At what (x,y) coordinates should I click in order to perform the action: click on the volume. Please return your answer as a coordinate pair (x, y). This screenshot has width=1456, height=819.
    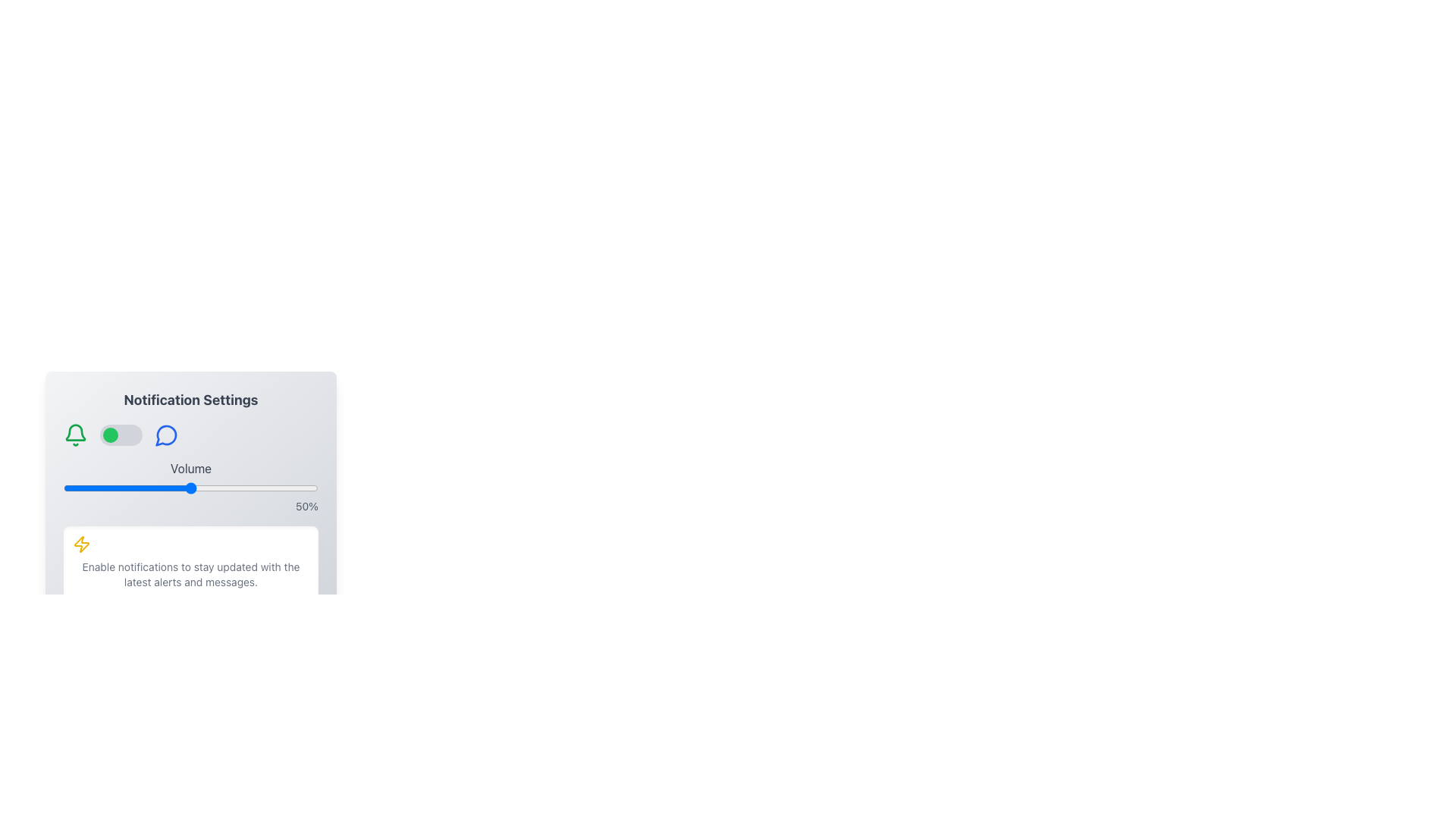
    Looking at the image, I should click on (118, 488).